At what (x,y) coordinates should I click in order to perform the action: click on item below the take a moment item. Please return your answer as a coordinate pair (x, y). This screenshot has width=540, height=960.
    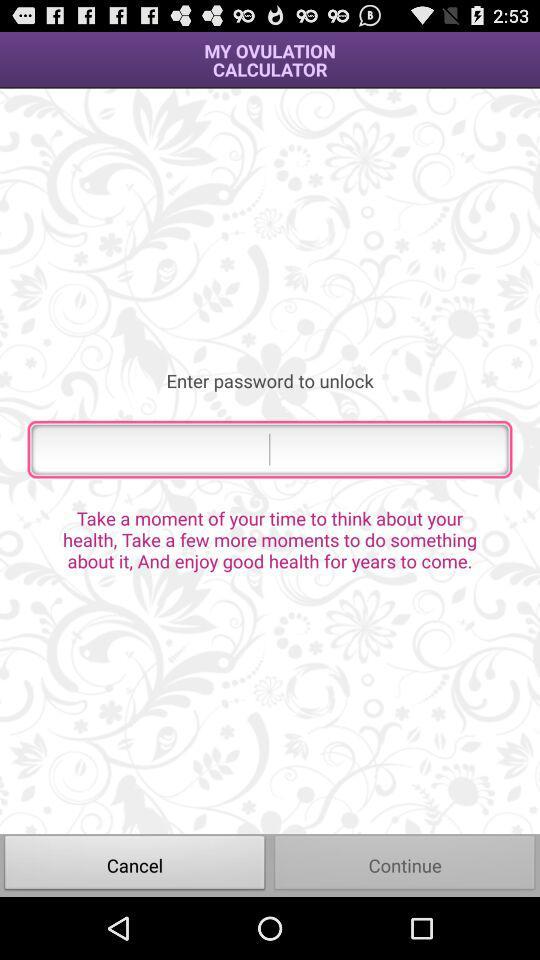
    Looking at the image, I should click on (405, 864).